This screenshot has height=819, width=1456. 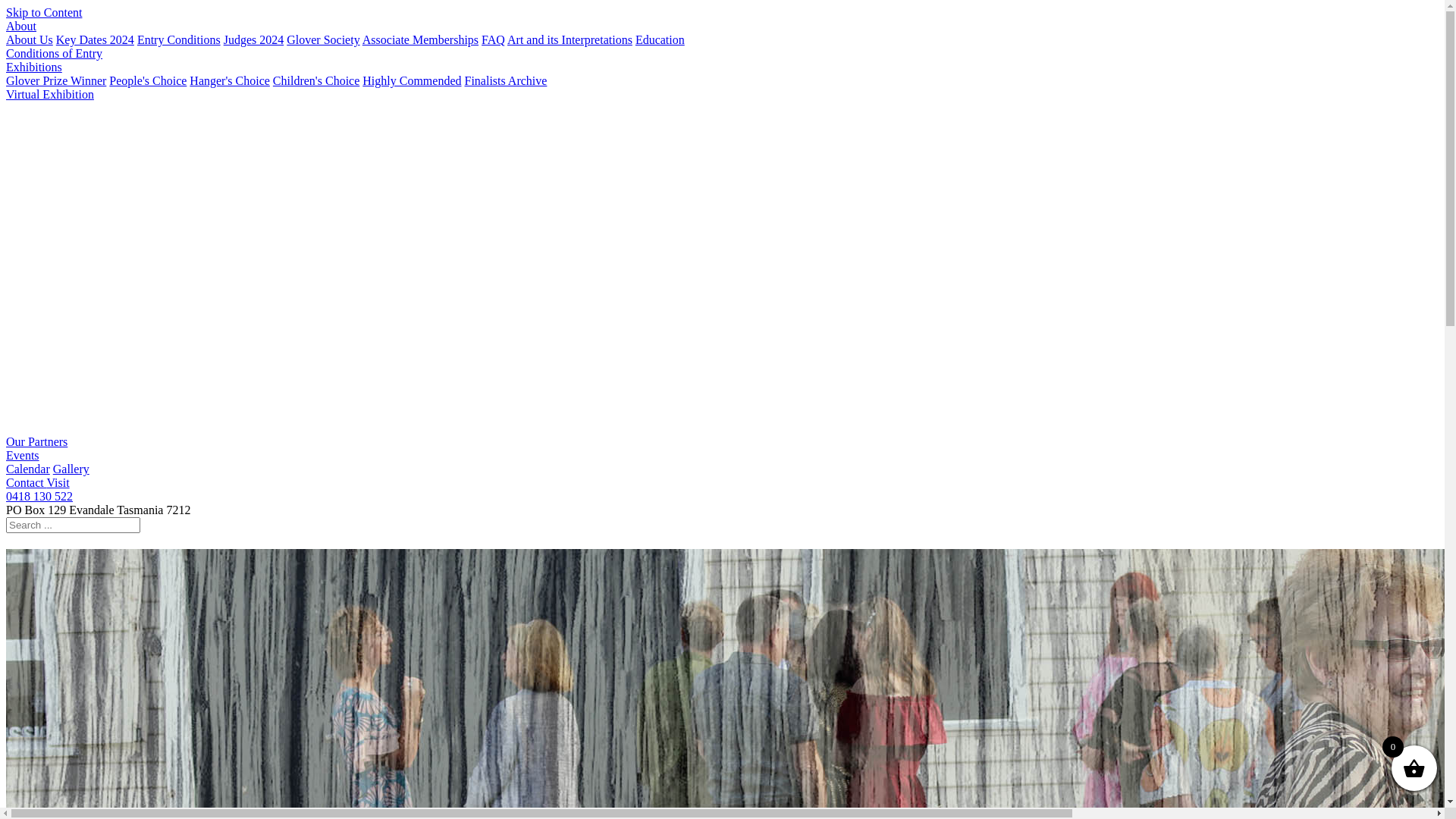 I want to click on 'People's Choice', so click(x=148, y=80).